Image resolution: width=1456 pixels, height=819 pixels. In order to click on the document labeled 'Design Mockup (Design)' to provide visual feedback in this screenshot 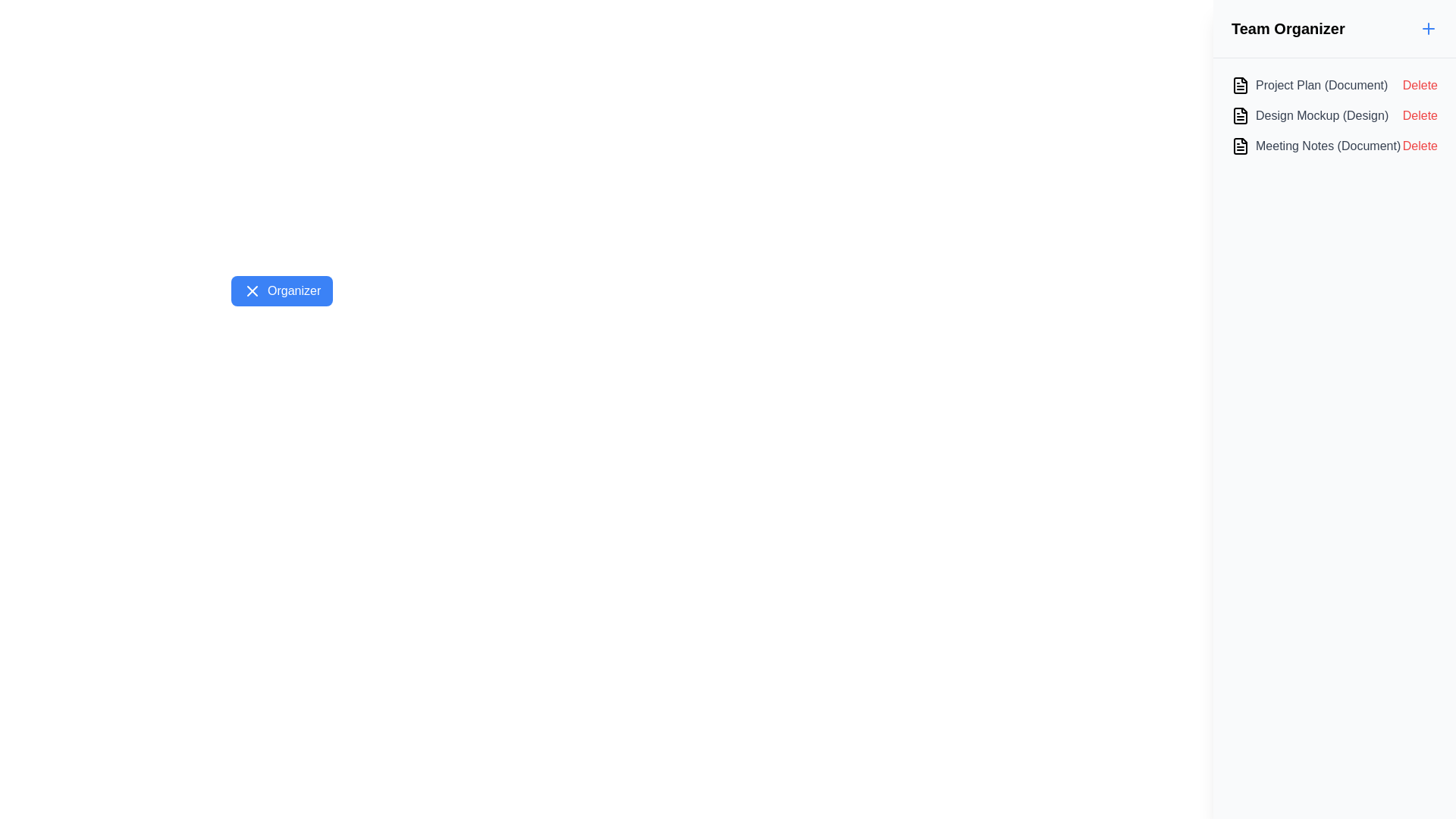, I will do `click(1335, 115)`.